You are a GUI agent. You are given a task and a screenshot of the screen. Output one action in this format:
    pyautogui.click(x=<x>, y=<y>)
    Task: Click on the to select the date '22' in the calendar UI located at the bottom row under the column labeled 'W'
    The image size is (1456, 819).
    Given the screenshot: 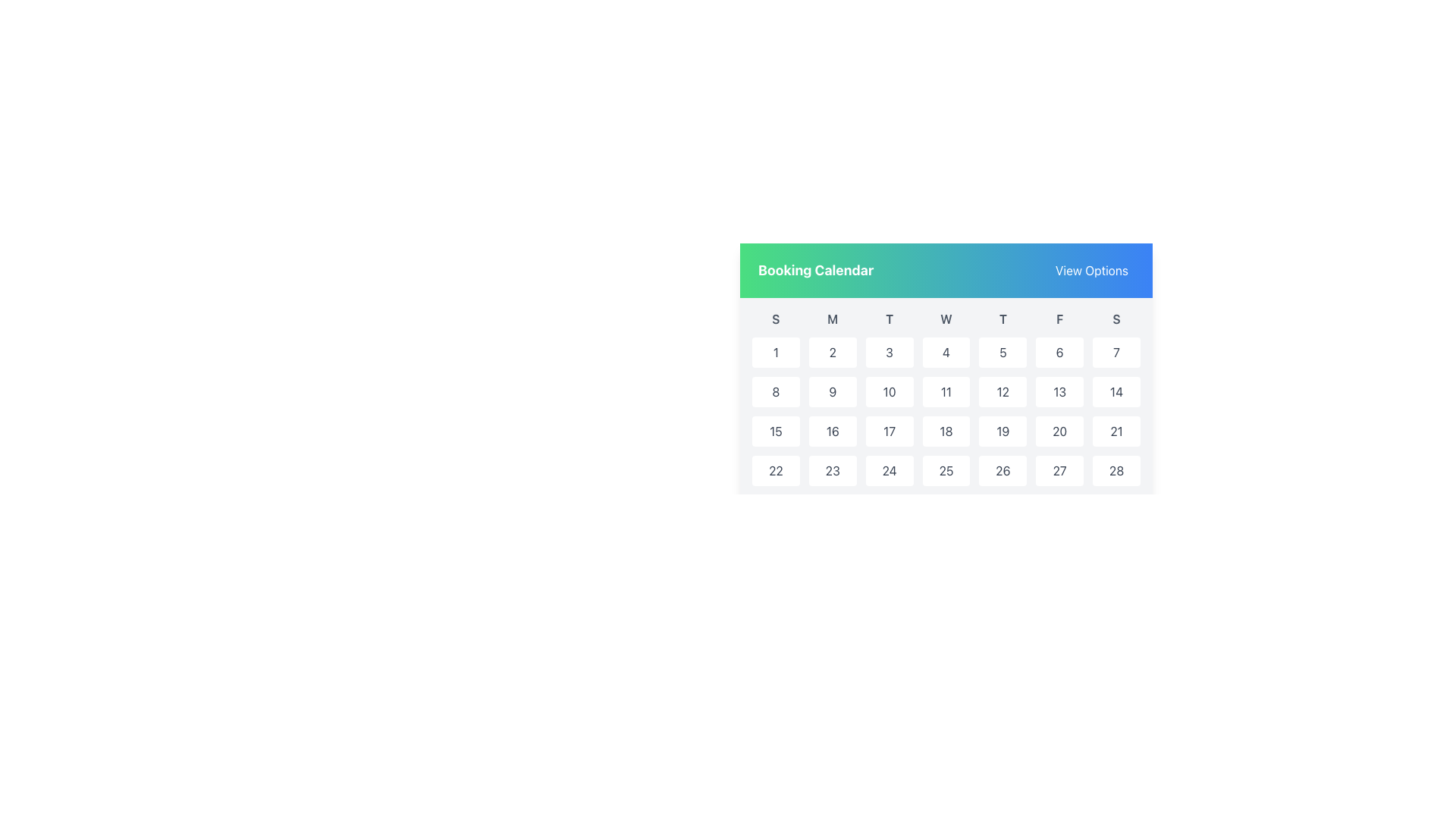 What is the action you would take?
    pyautogui.click(x=776, y=470)
    